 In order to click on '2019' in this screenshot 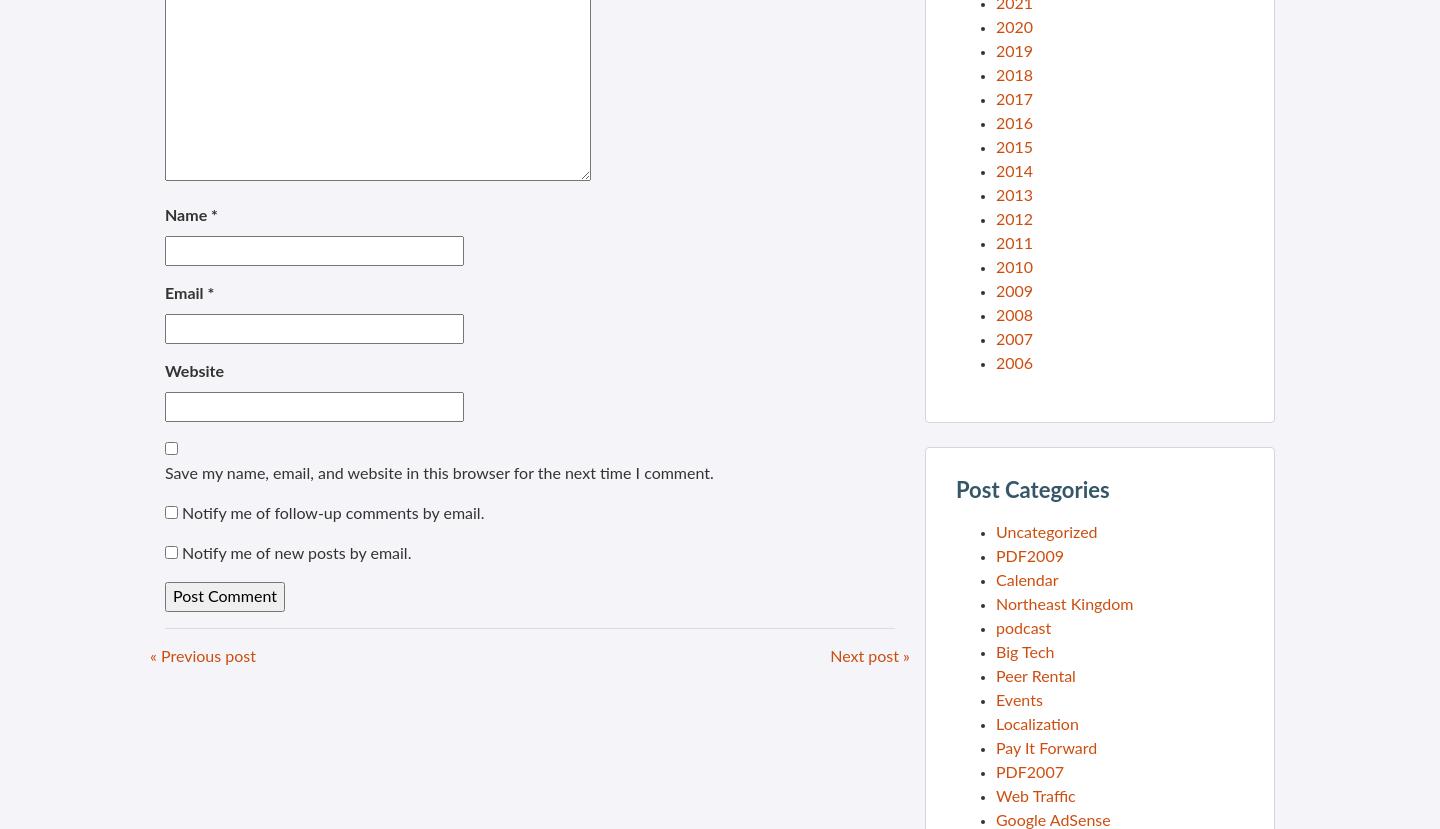, I will do `click(1013, 50)`.